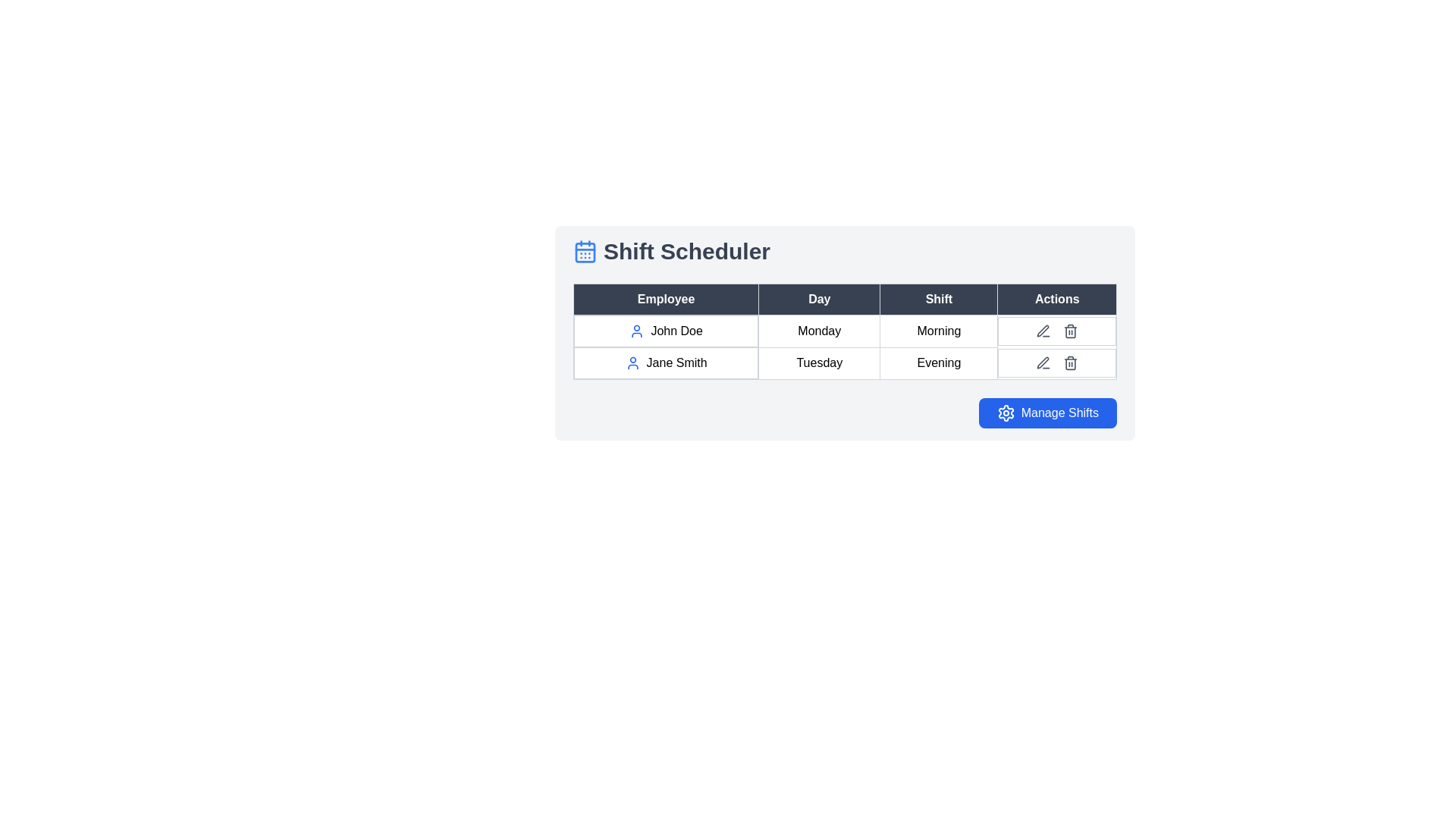 This screenshot has width=1456, height=819. I want to click on the table cell displaying employee shift schedules, which includes names, days, and shift information, so click(844, 347).